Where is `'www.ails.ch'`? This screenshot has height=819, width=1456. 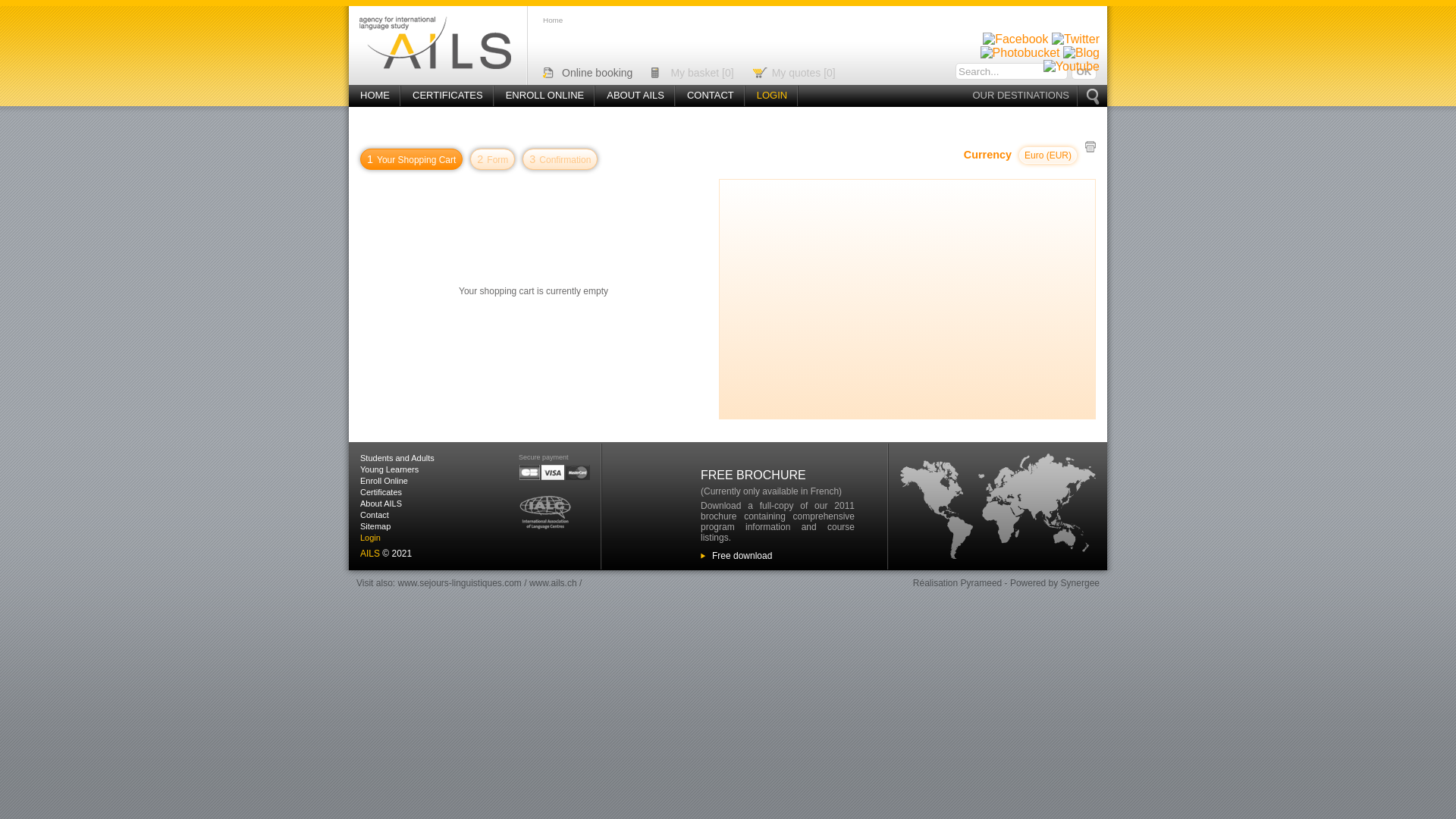
'www.ails.ch' is located at coordinates (552, 582).